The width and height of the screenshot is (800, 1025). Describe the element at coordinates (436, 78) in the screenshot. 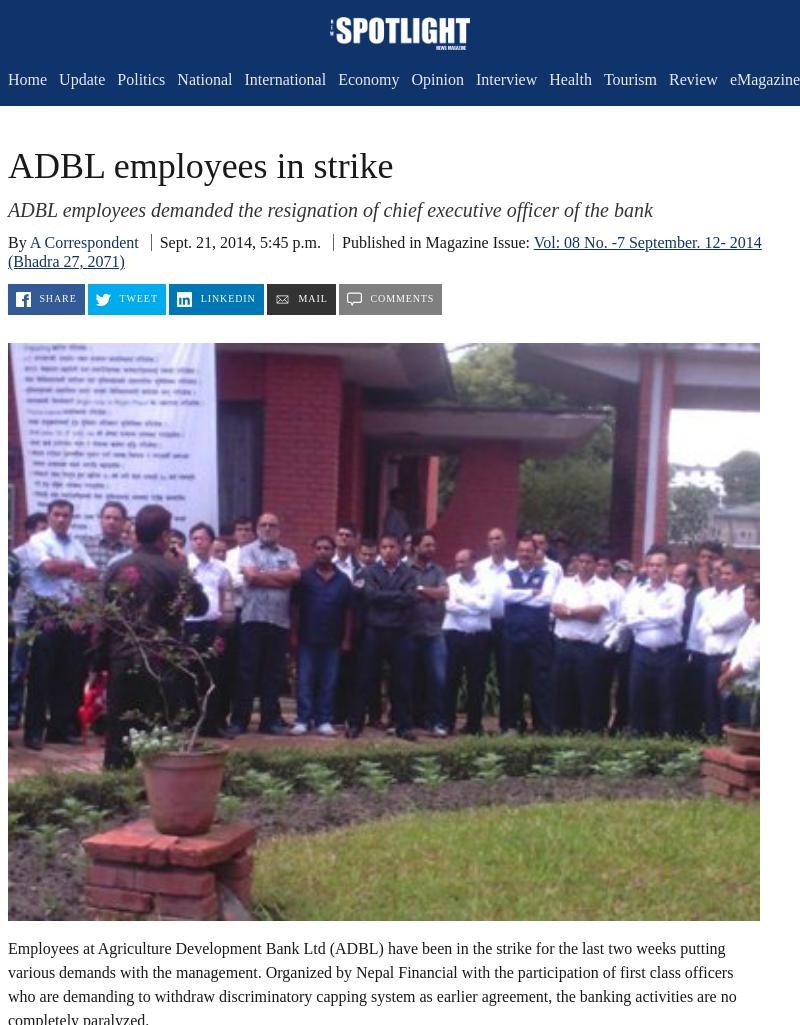

I see `'Opinion'` at that location.